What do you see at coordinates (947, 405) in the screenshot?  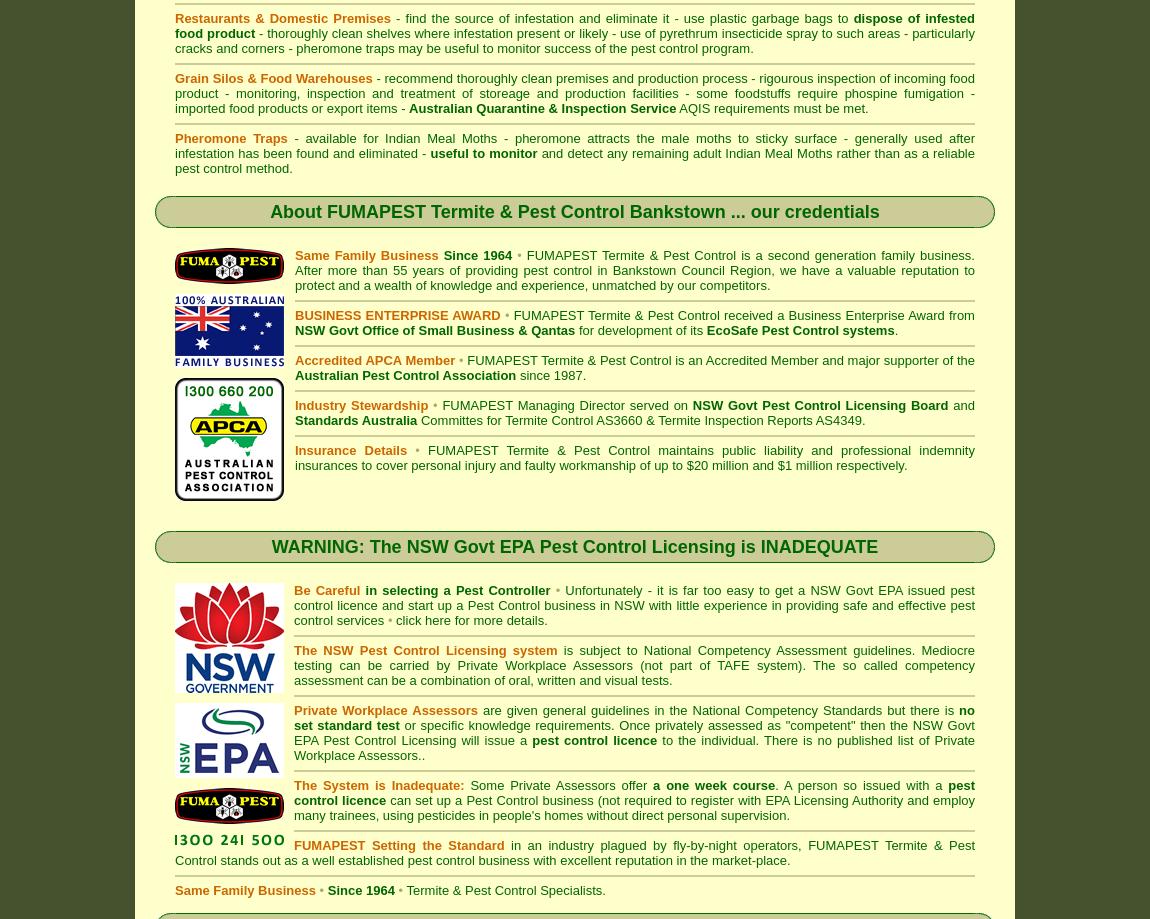 I see `'and'` at bounding box center [947, 405].